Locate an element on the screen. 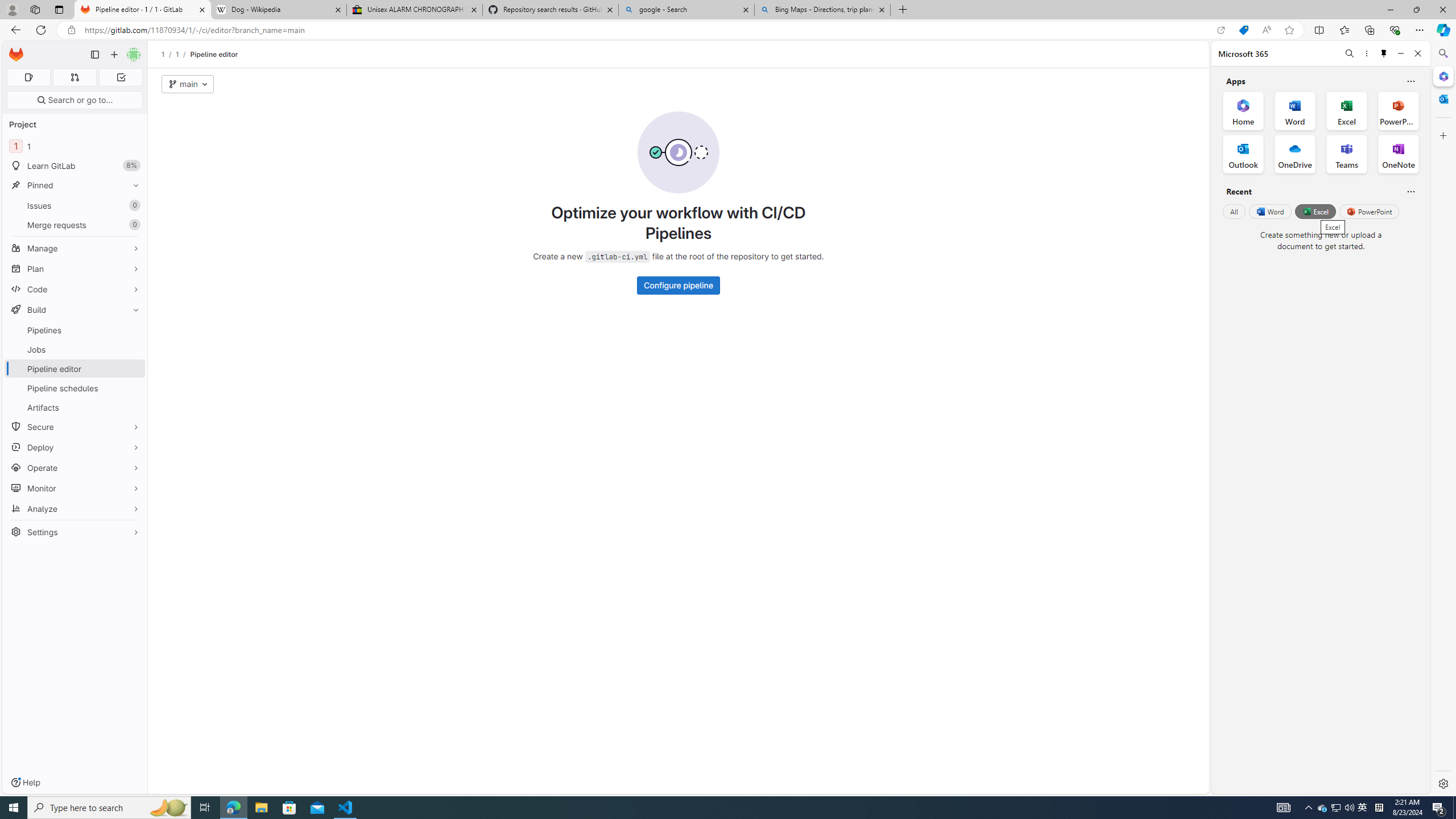  'Issues 0' is located at coordinates (74, 205).